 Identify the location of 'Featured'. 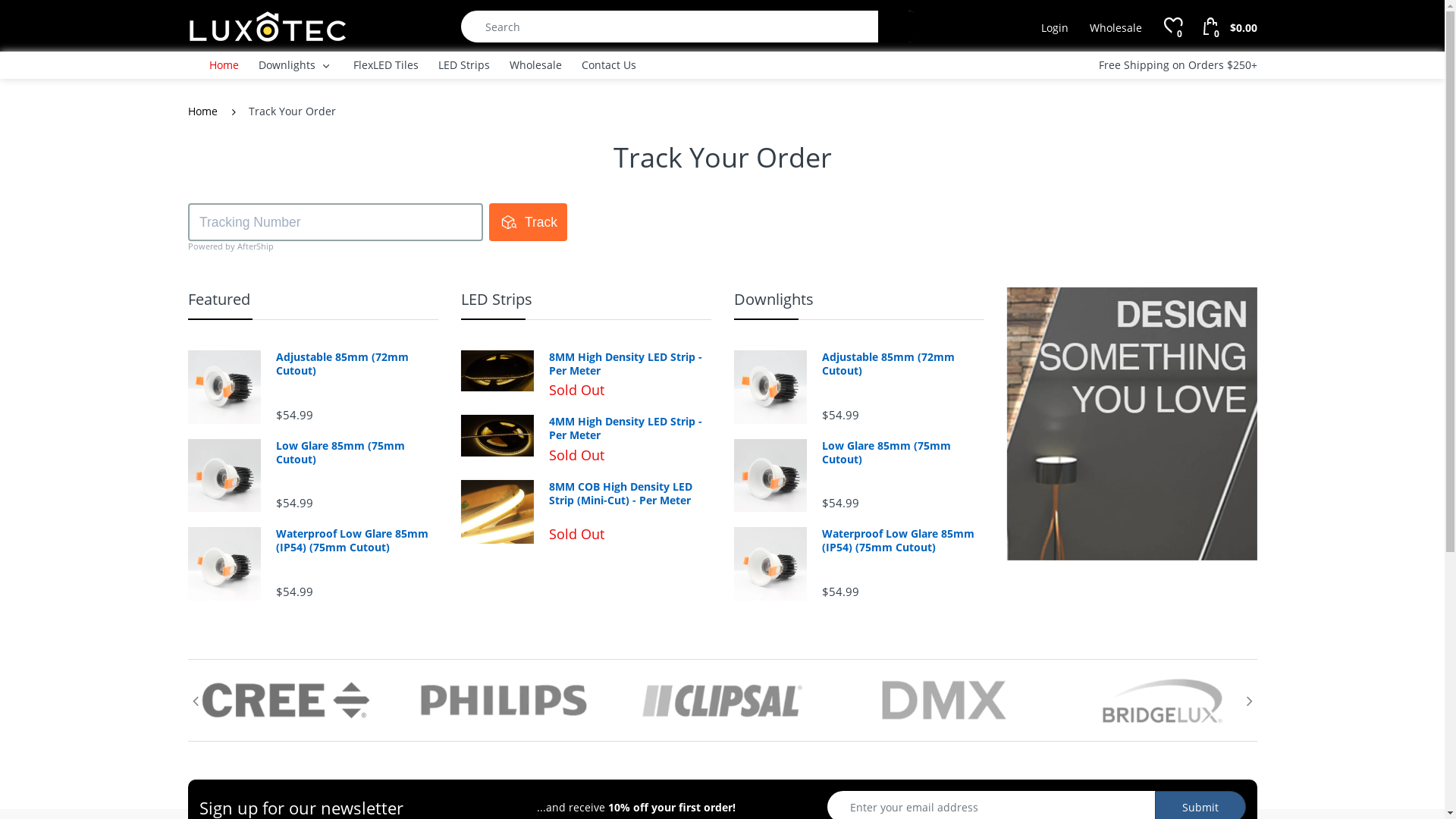
(218, 299).